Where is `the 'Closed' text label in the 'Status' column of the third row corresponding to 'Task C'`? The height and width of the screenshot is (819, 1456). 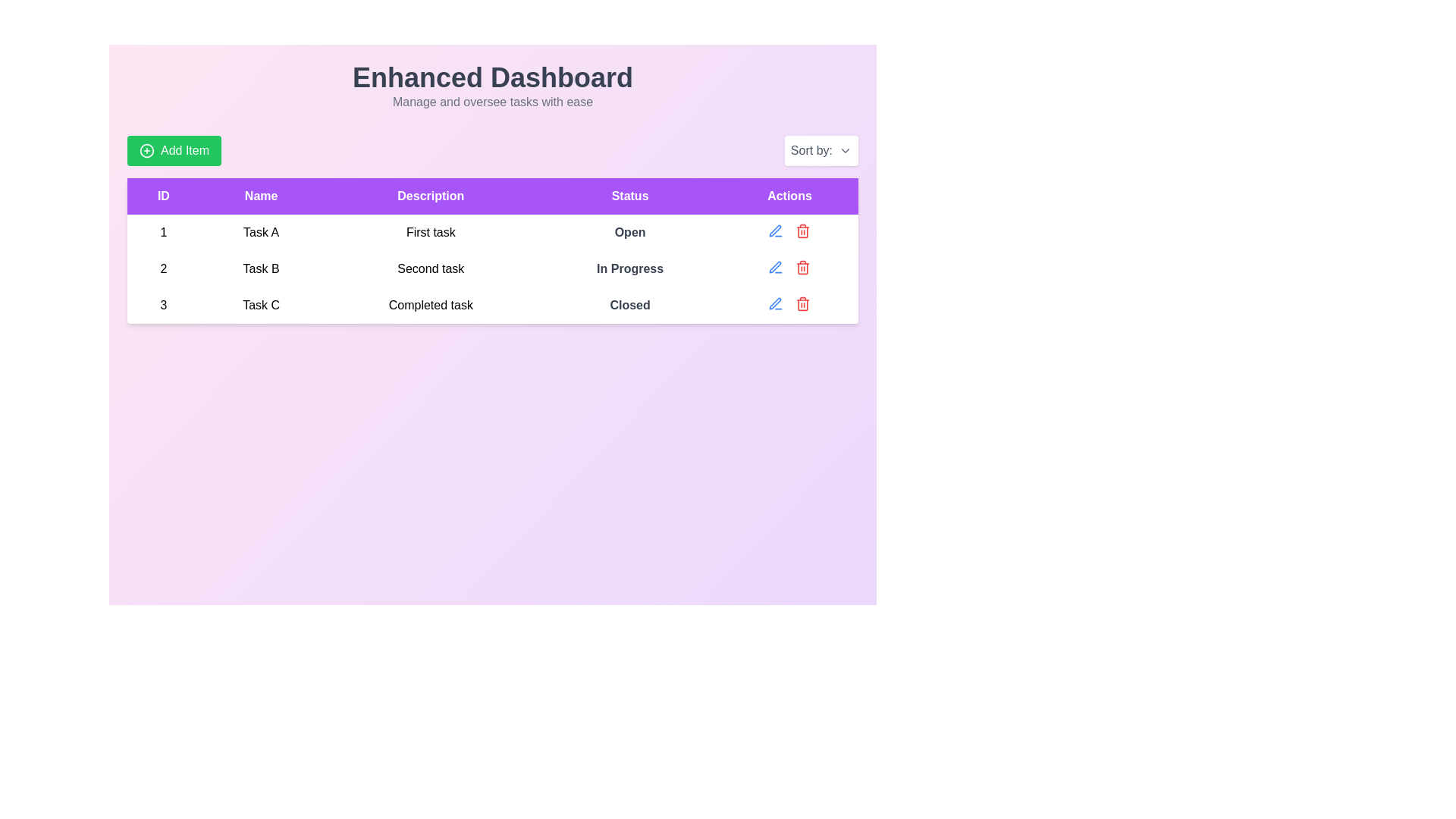
the 'Closed' text label in the 'Status' column of the third row corresponding to 'Task C' is located at coordinates (630, 305).